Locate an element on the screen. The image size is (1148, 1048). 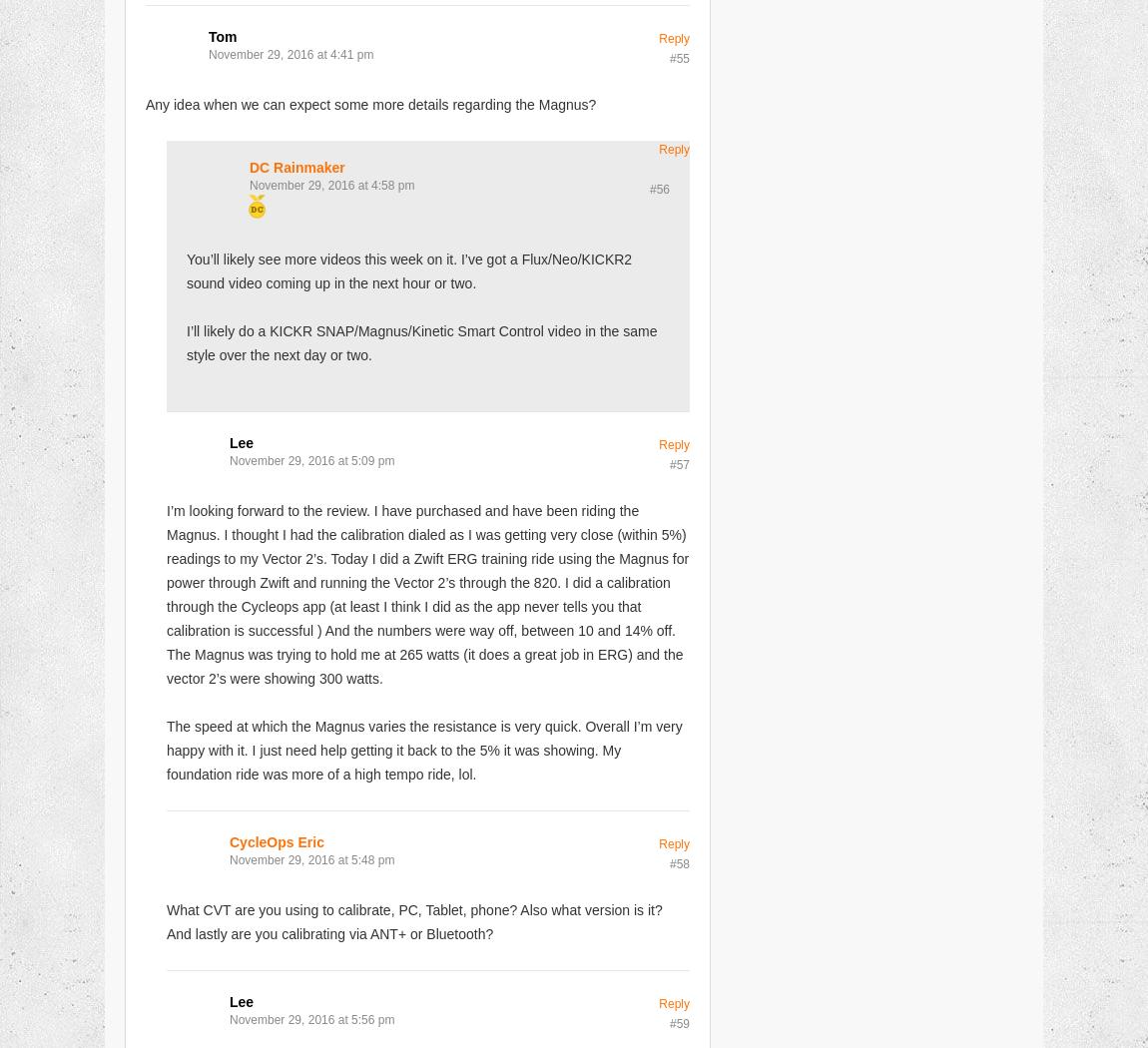
'DC Rainmaker' is located at coordinates (249, 166).